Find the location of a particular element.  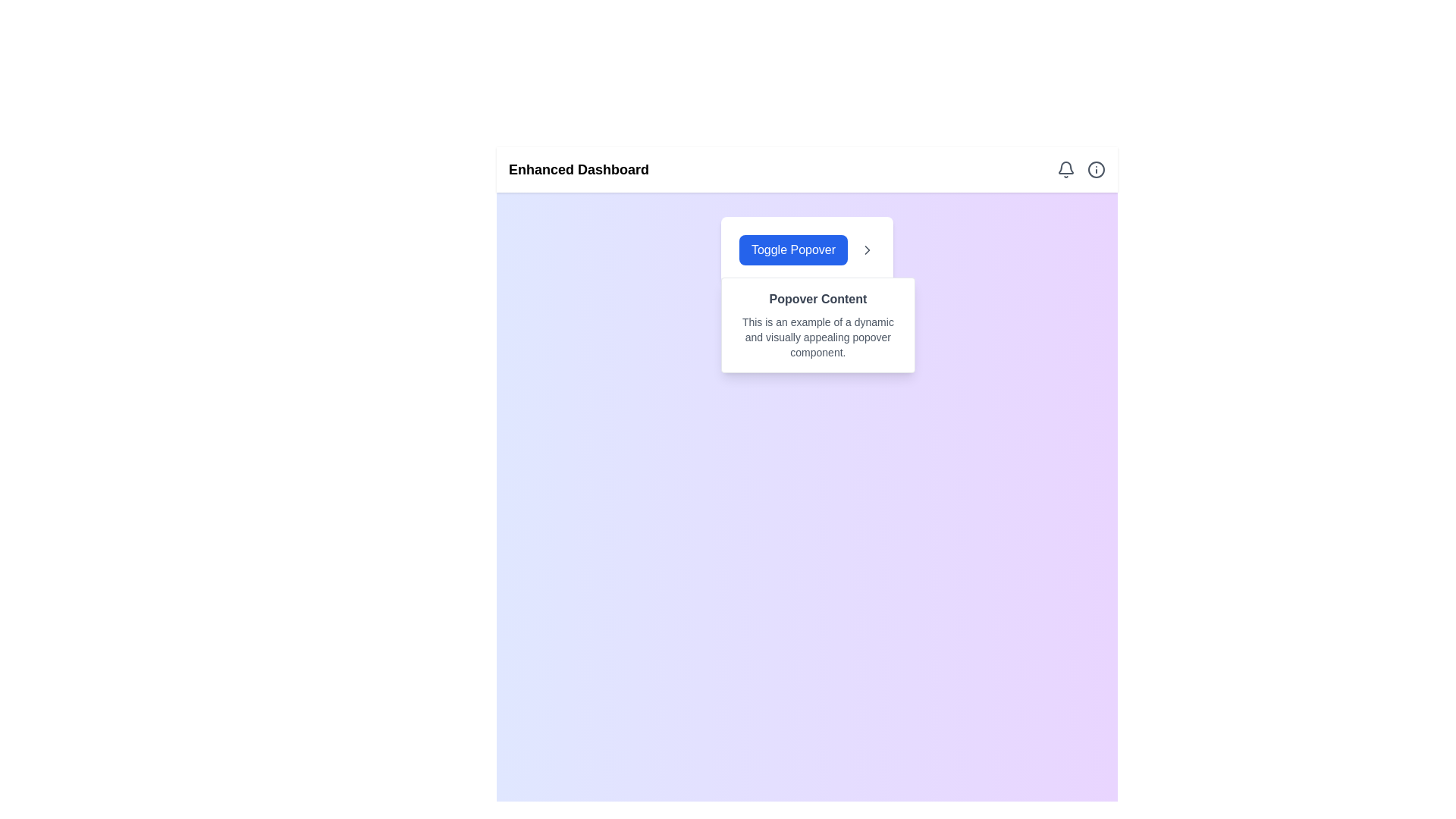

the SVG icon depicting a chevron pointing to the right, which is positioned immediately to the right of the 'Toggle Popover' button is located at coordinates (868, 249).